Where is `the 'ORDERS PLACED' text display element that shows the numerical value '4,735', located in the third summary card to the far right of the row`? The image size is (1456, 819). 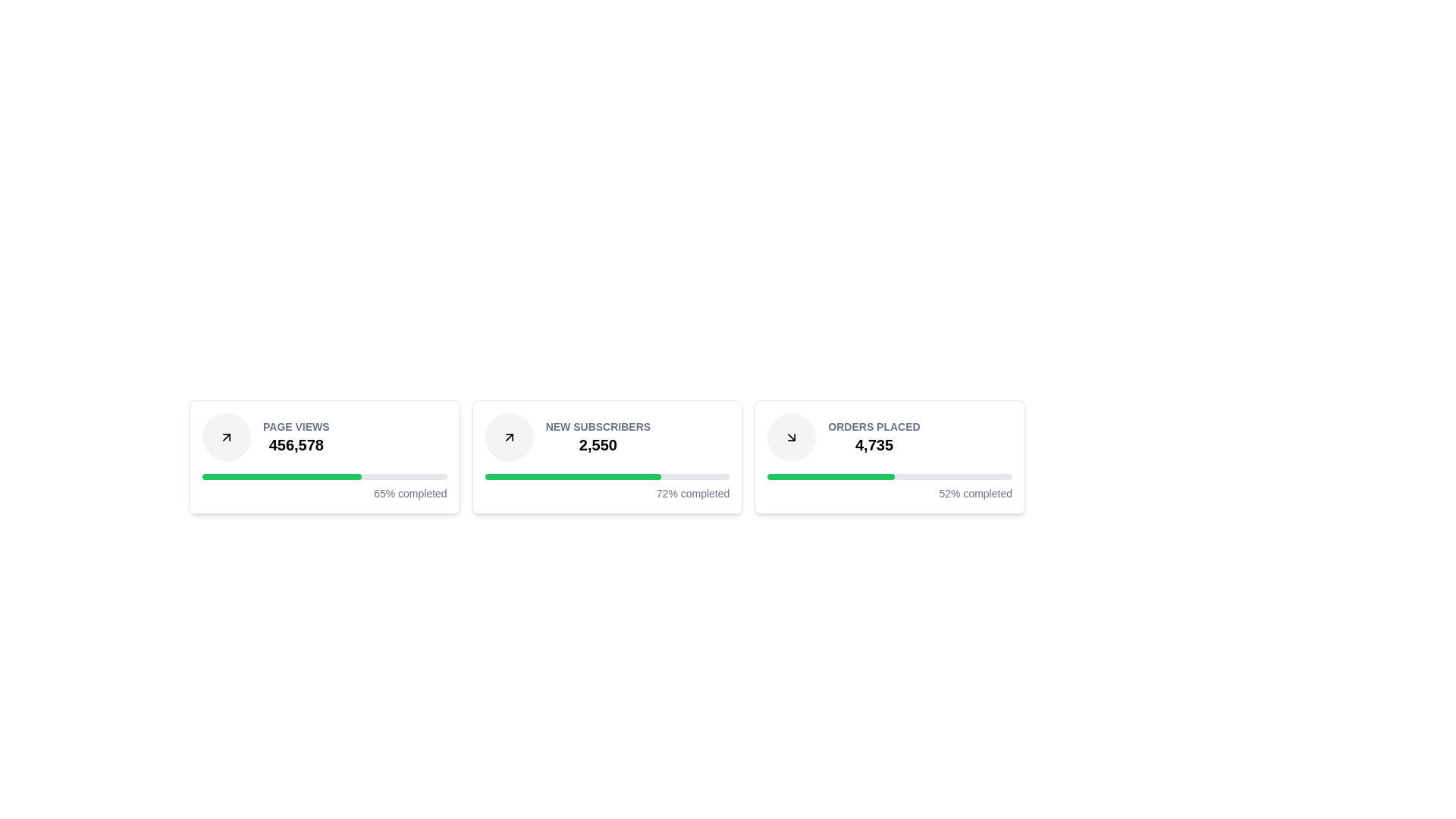
the 'ORDERS PLACED' text display element that shows the numerical value '4,735', located in the third summary card to the far right of the row is located at coordinates (874, 438).